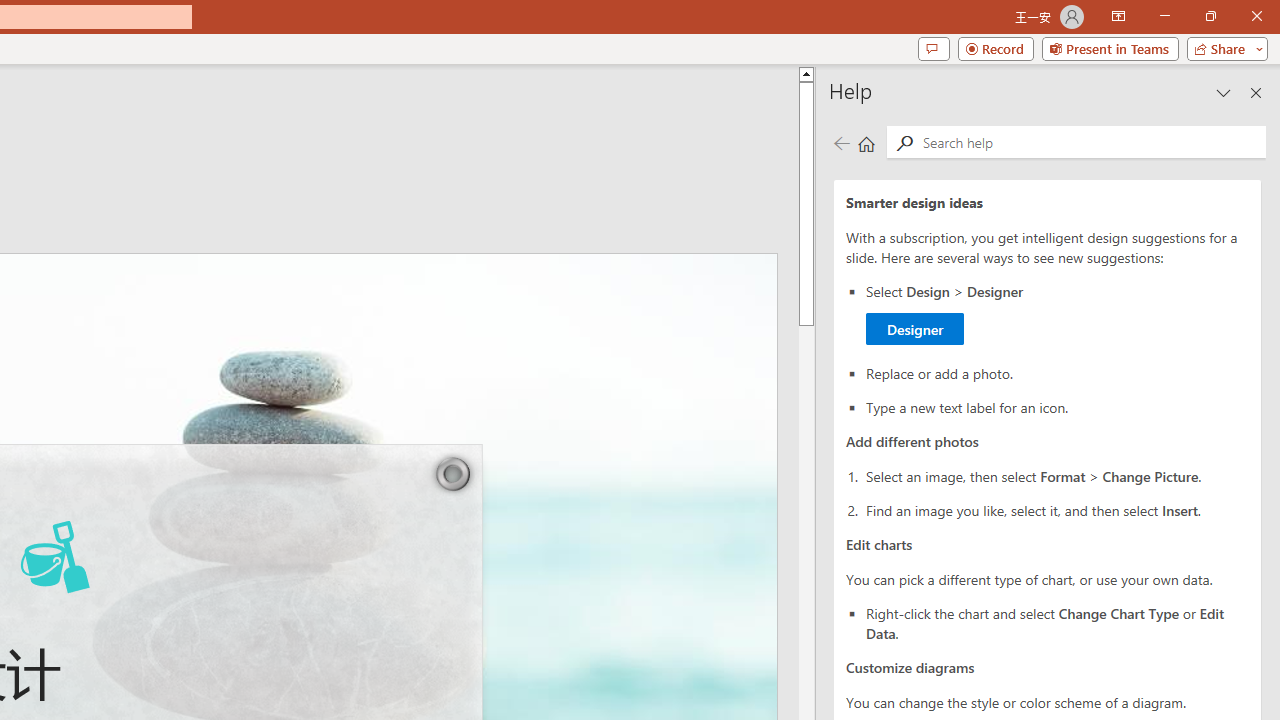  What do you see at coordinates (1209, 16) in the screenshot?
I see `'Restore Down'` at bounding box center [1209, 16].